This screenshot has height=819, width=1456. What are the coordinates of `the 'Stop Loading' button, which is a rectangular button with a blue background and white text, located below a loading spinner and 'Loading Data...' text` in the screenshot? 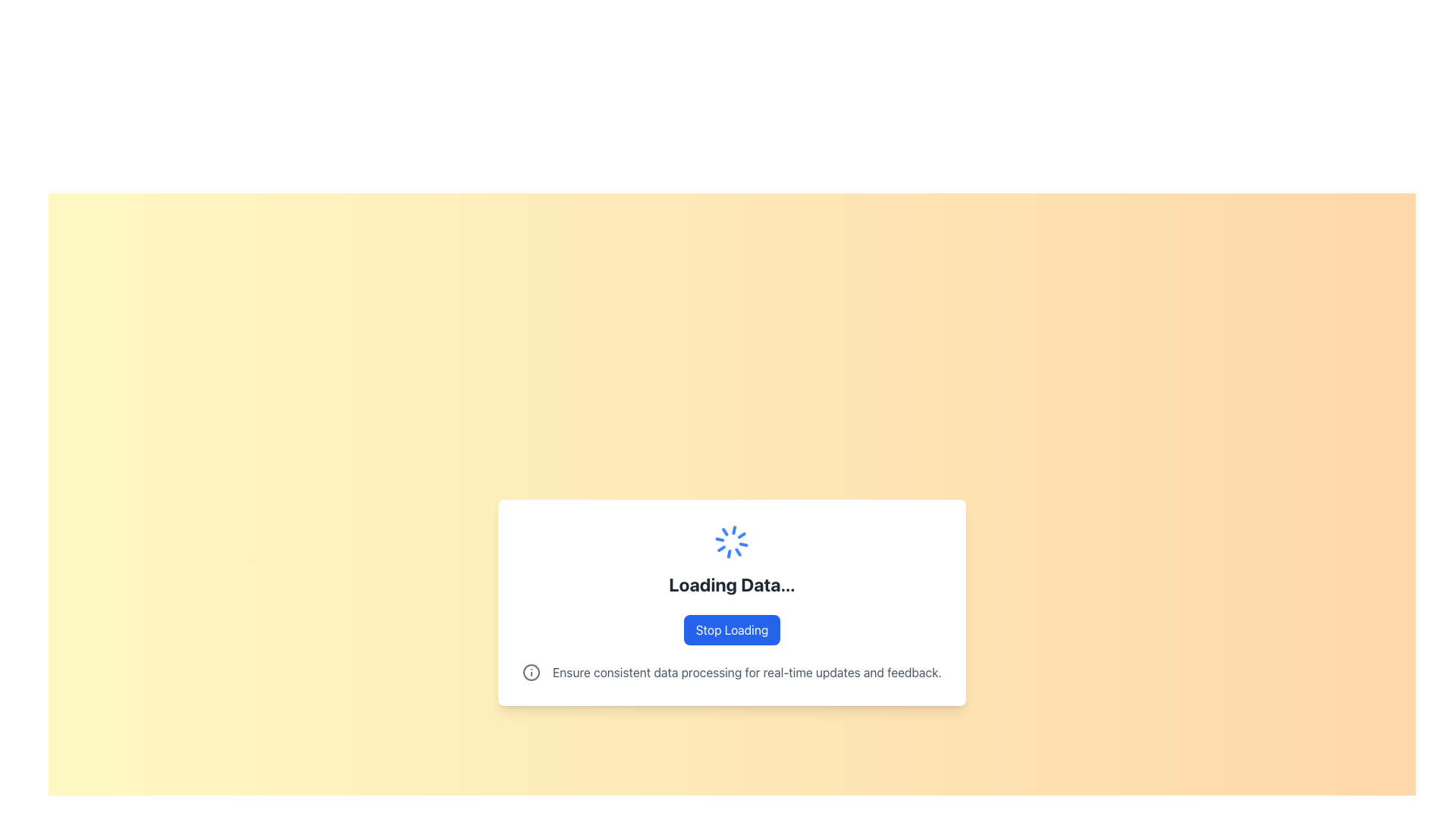 It's located at (732, 629).